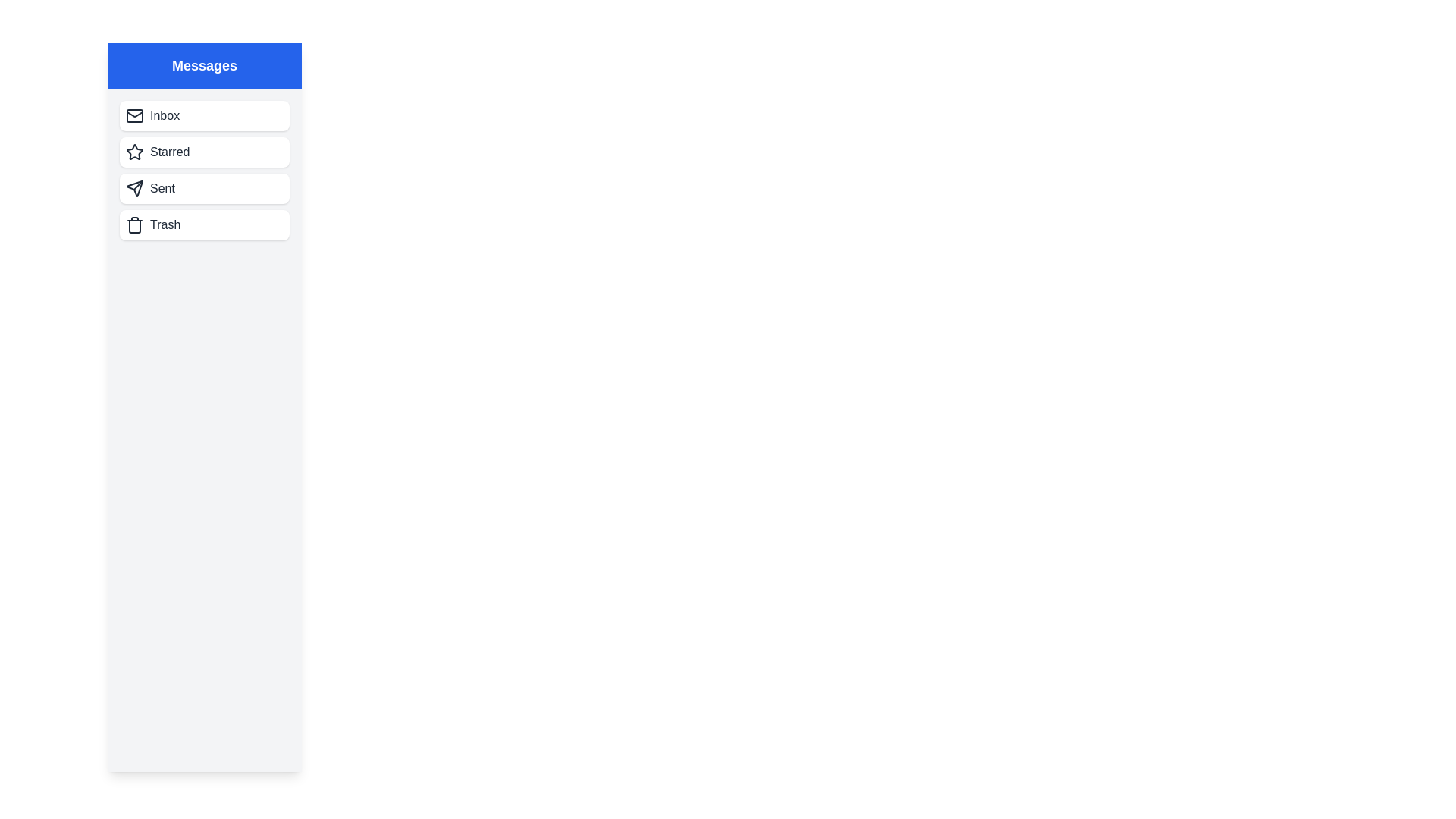  What do you see at coordinates (203, 188) in the screenshot?
I see `the sidebar item Sent` at bounding box center [203, 188].